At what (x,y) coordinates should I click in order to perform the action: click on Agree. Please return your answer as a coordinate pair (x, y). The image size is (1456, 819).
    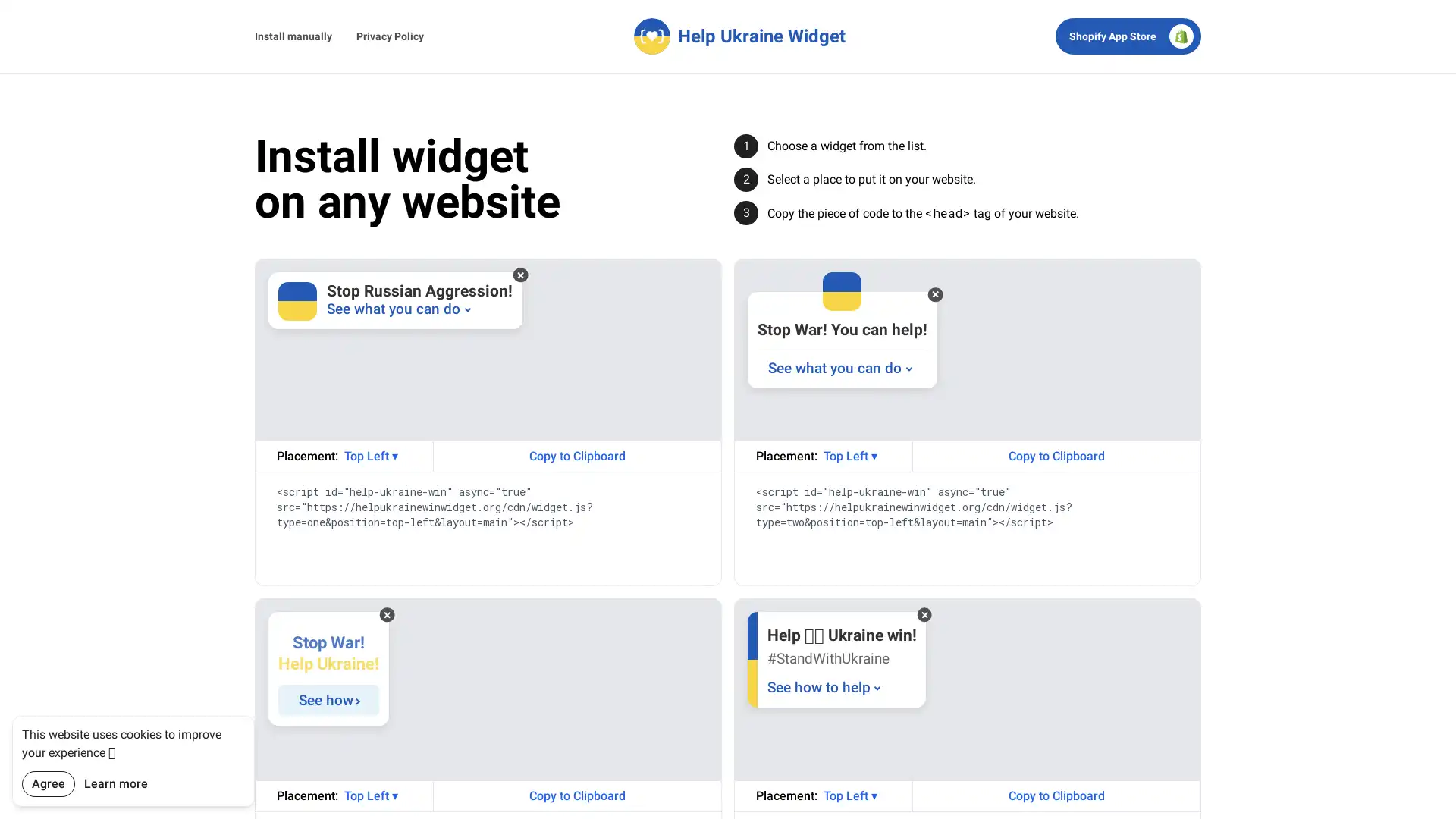
    Looking at the image, I should click on (48, 783).